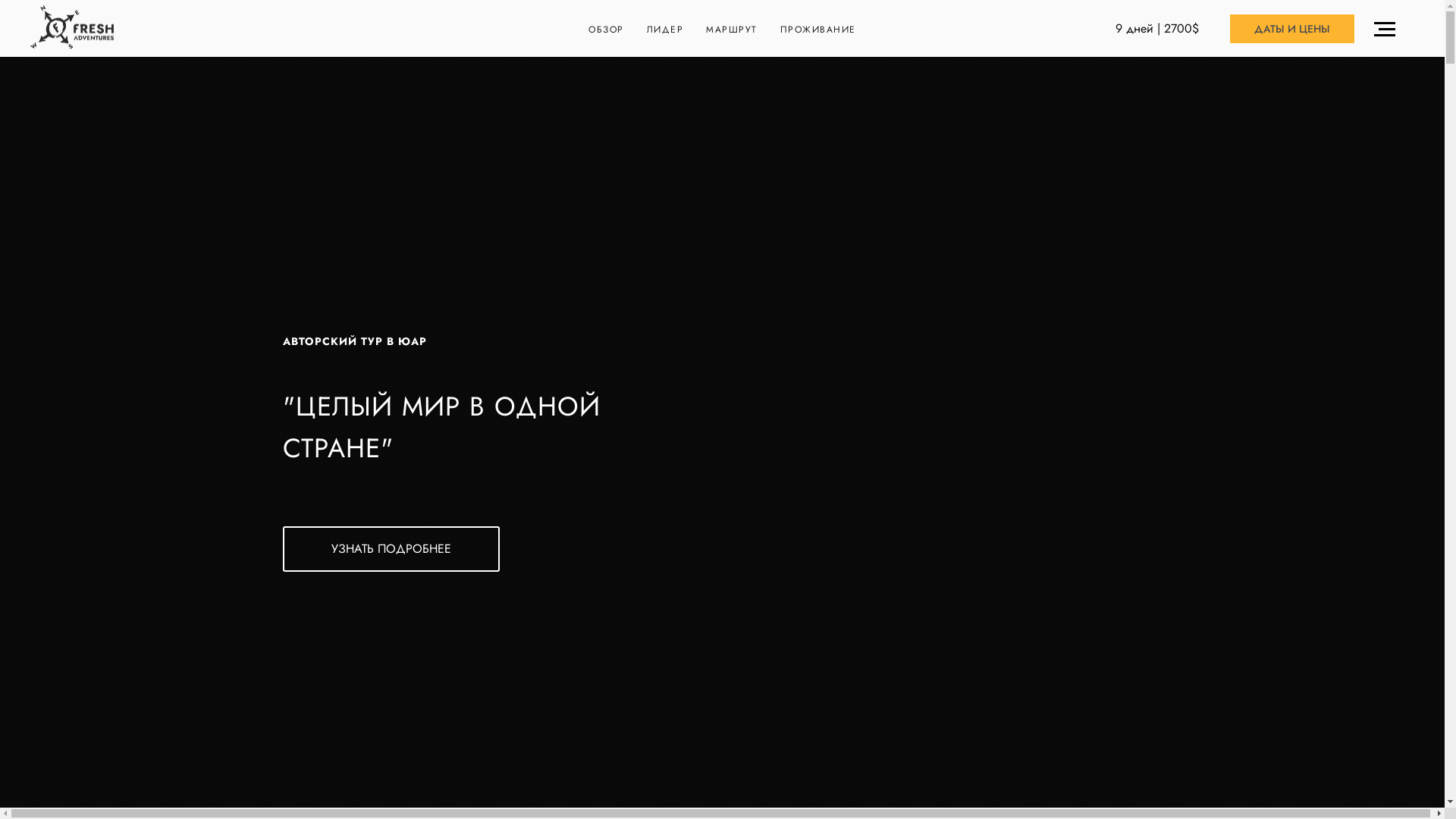 Image resolution: width=1456 pixels, height=819 pixels. What do you see at coordinates (1388, 29) in the screenshot?
I see `'.'` at bounding box center [1388, 29].